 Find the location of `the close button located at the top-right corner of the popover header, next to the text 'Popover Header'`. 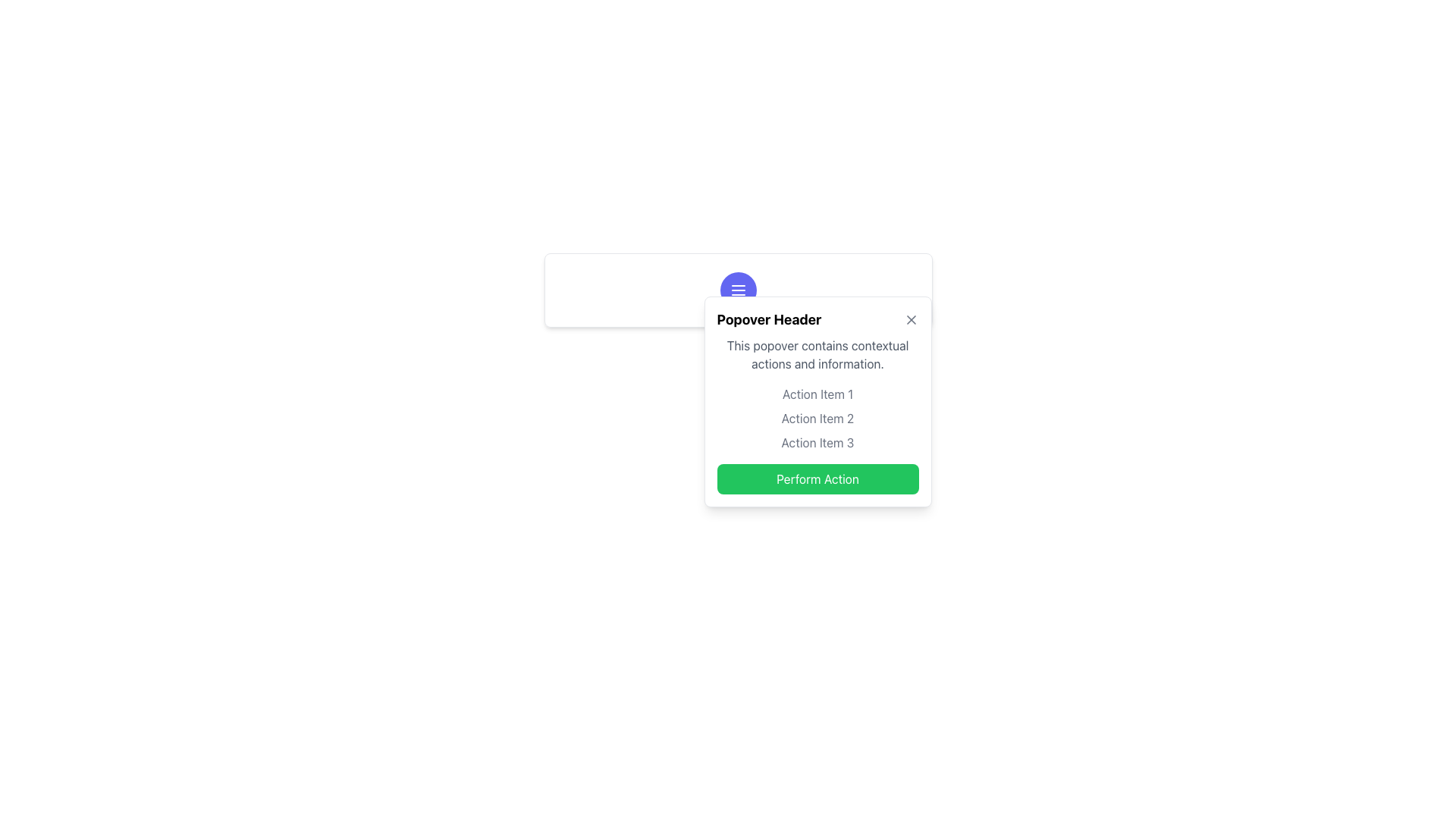

the close button located at the top-right corner of the popover header, next to the text 'Popover Header' is located at coordinates (910, 318).